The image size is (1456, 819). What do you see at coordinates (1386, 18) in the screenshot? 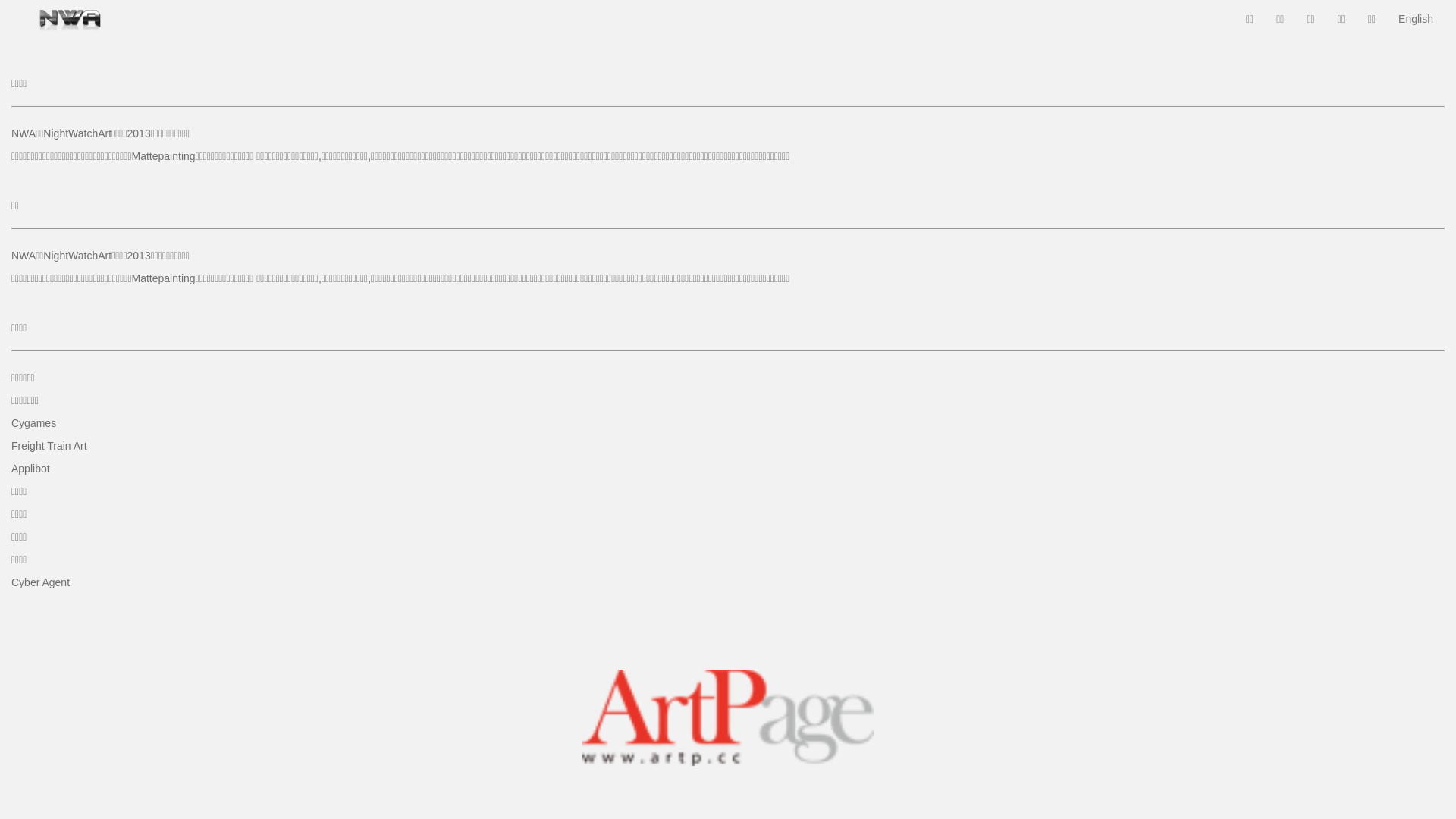
I see `'English'` at bounding box center [1386, 18].